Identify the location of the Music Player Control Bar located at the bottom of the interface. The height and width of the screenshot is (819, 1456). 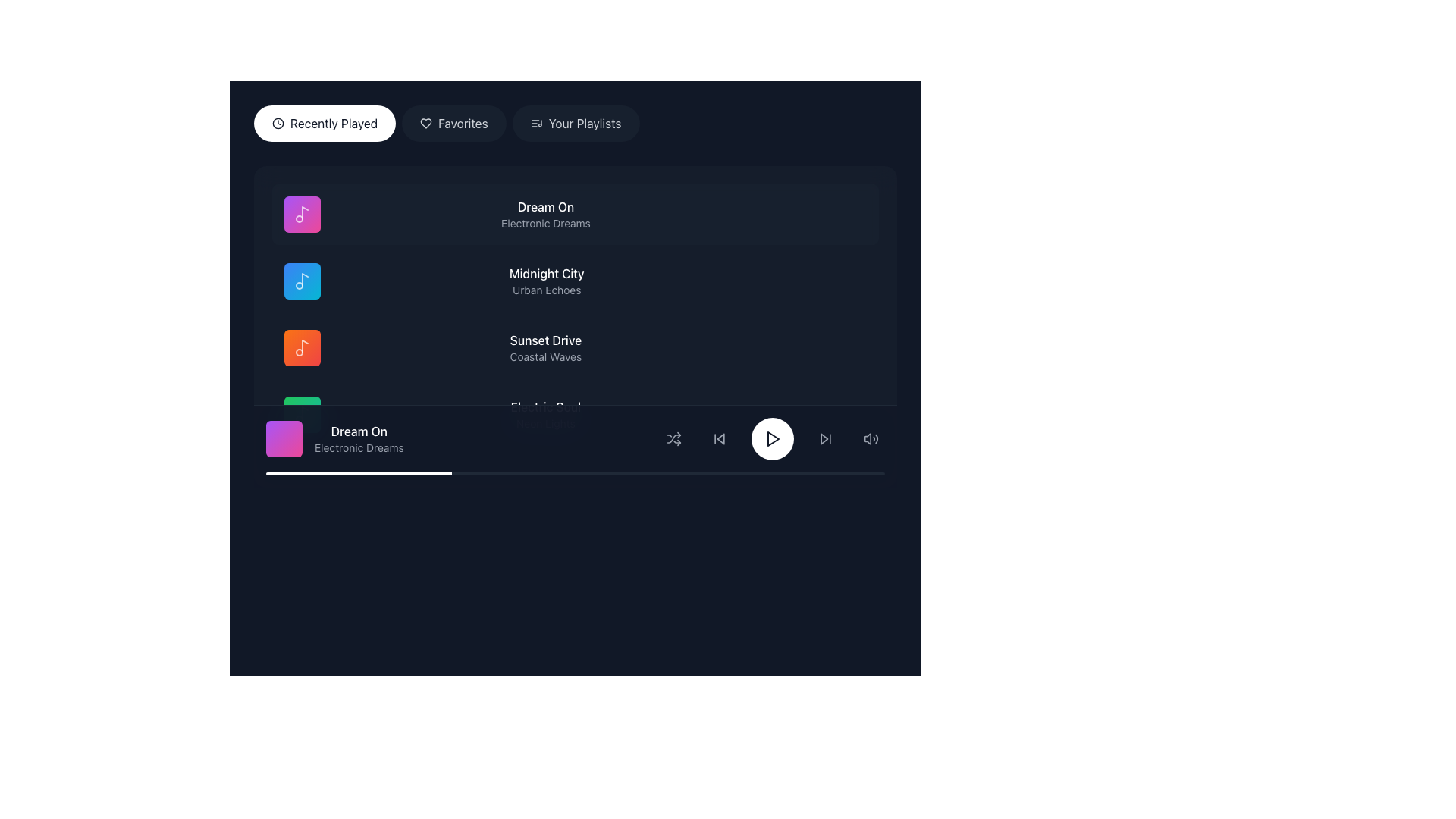
(574, 444).